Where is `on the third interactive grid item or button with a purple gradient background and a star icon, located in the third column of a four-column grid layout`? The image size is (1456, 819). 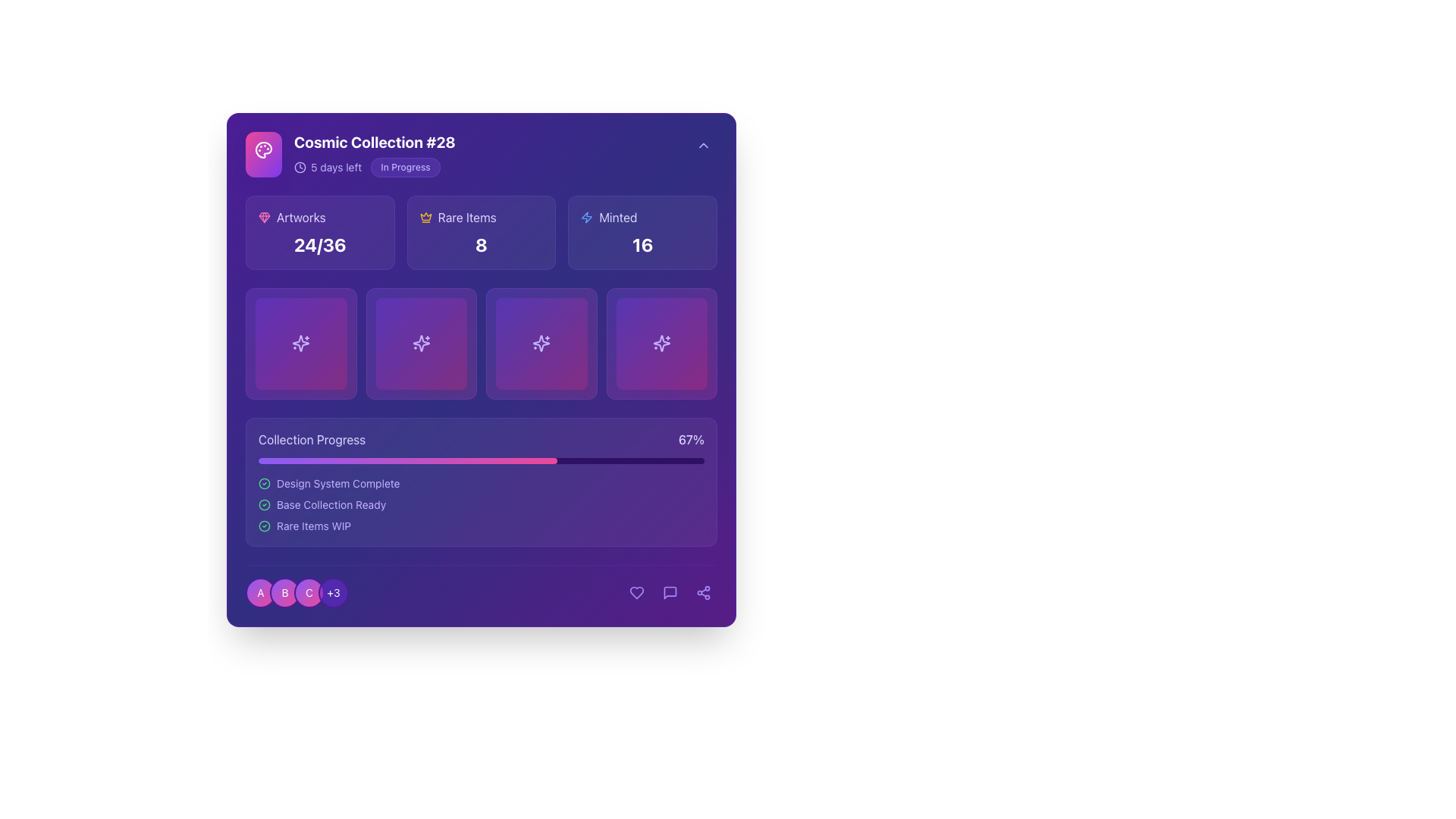
on the third interactive grid item or button with a purple gradient background and a star icon, located in the third column of a four-column grid layout is located at coordinates (480, 343).